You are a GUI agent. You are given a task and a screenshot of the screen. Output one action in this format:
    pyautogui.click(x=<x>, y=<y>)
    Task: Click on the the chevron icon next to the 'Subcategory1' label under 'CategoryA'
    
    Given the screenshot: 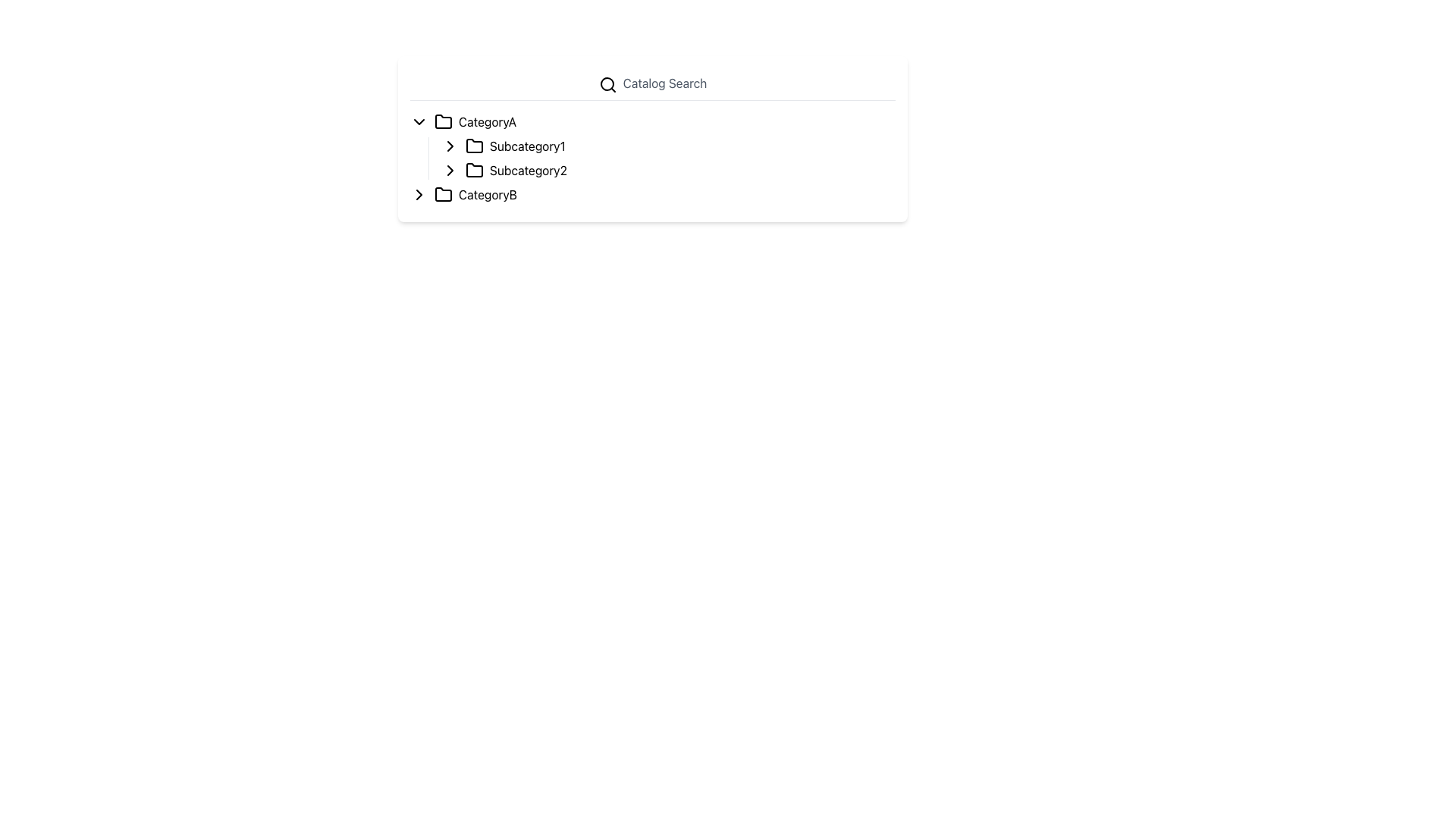 What is the action you would take?
    pyautogui.click(x=450, y=146)
    